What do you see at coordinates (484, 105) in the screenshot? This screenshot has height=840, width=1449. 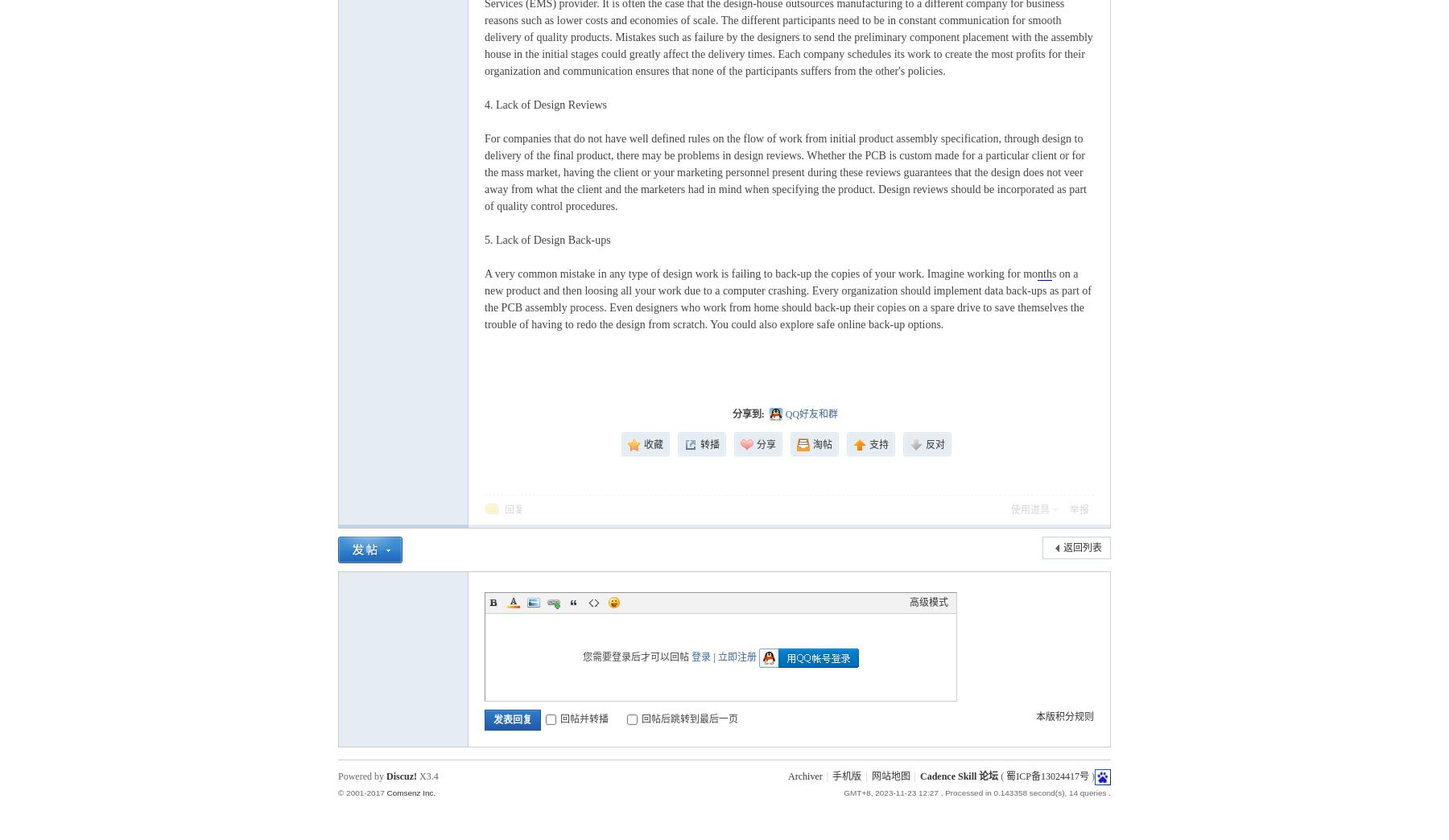 I see `'4. Lack of Design Reviews'` at bounding box center [484, 105].